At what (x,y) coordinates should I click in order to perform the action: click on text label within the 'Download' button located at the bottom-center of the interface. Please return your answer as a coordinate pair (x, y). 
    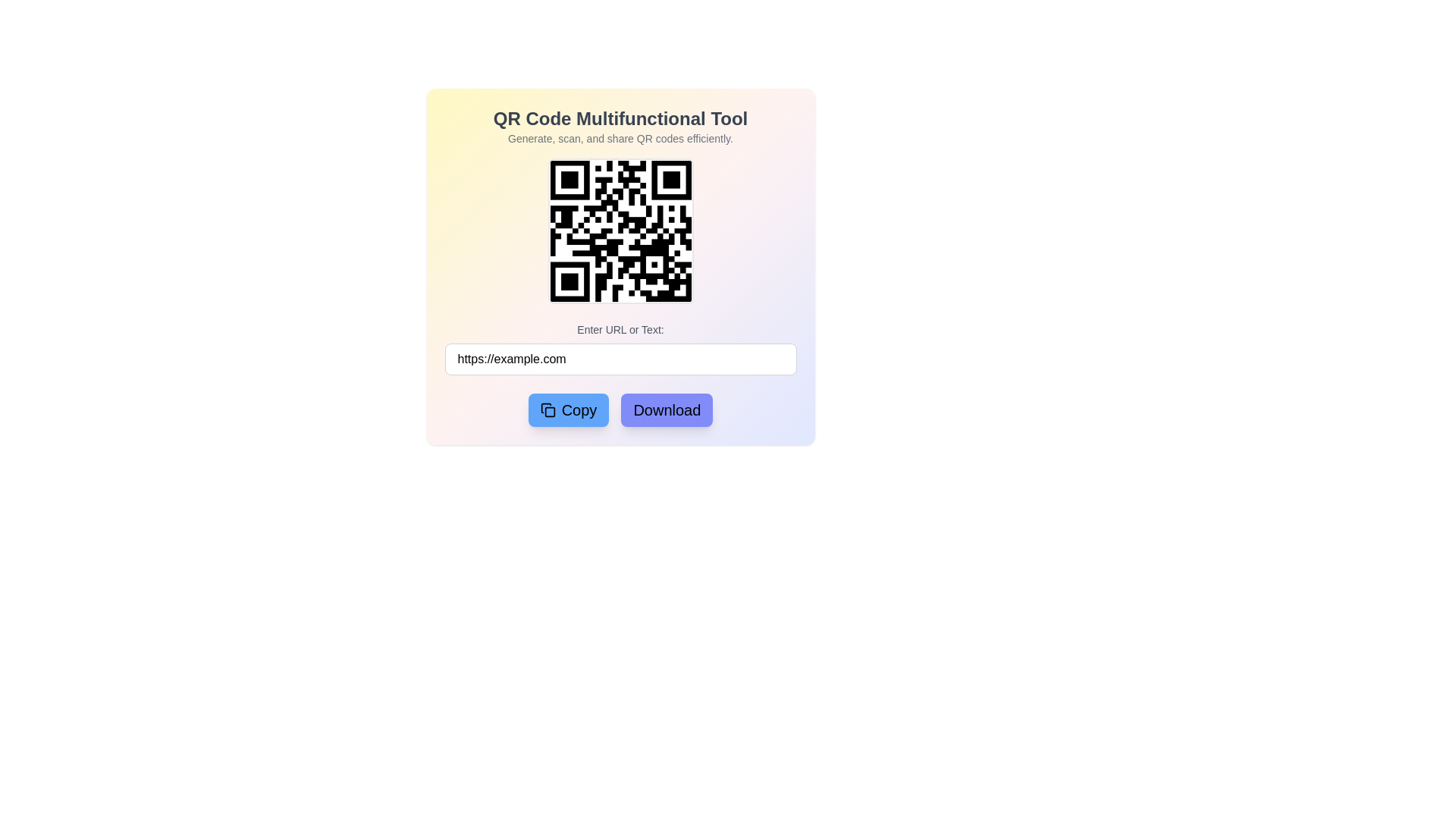
    Looking at the image, I should click on (667, 409).